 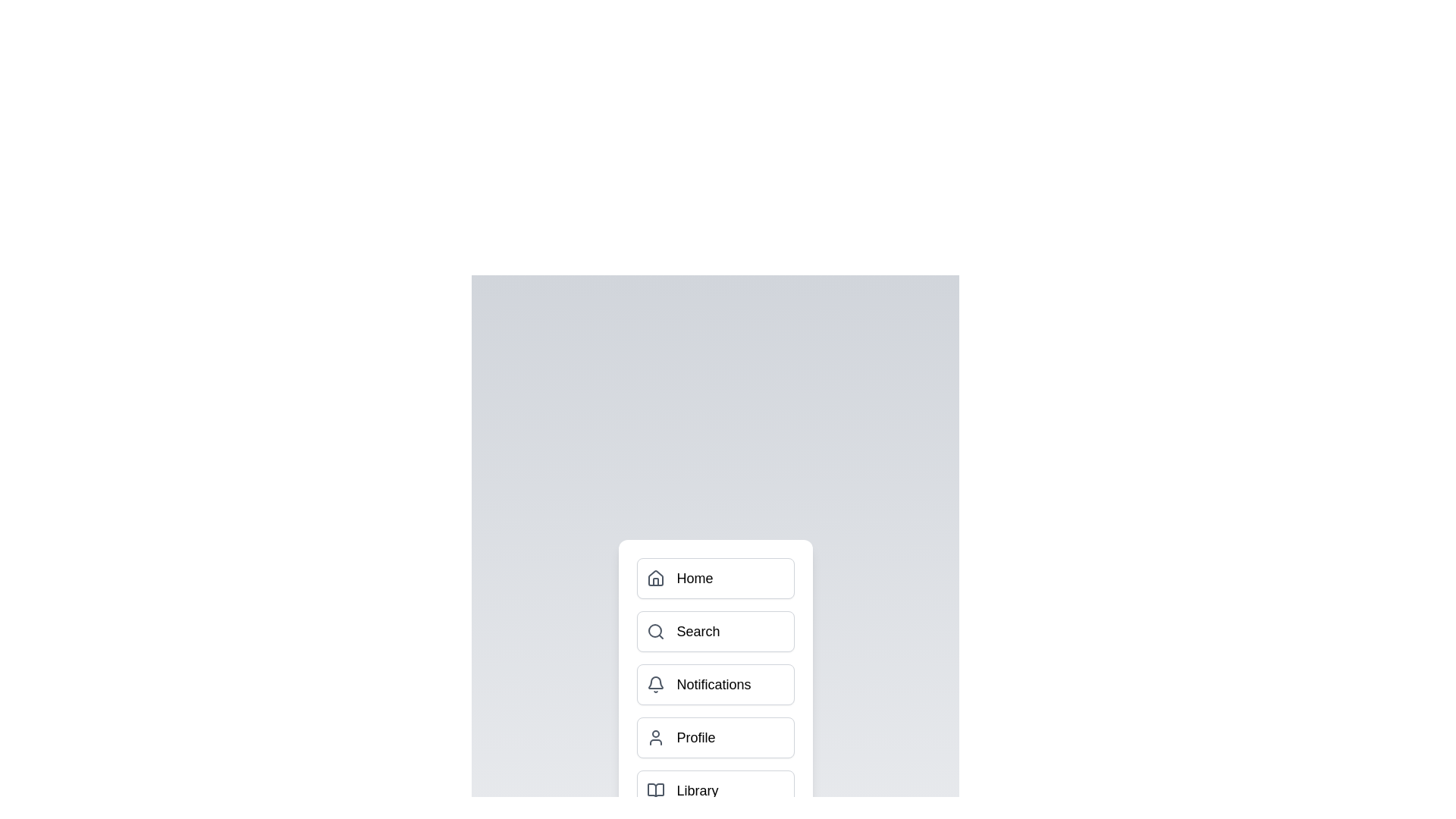 What do you see at coordinates (714, 632) in the screenshot?
I see `the menu item button labeled Search to toggle its submenu` at bounding box center [714, 632].